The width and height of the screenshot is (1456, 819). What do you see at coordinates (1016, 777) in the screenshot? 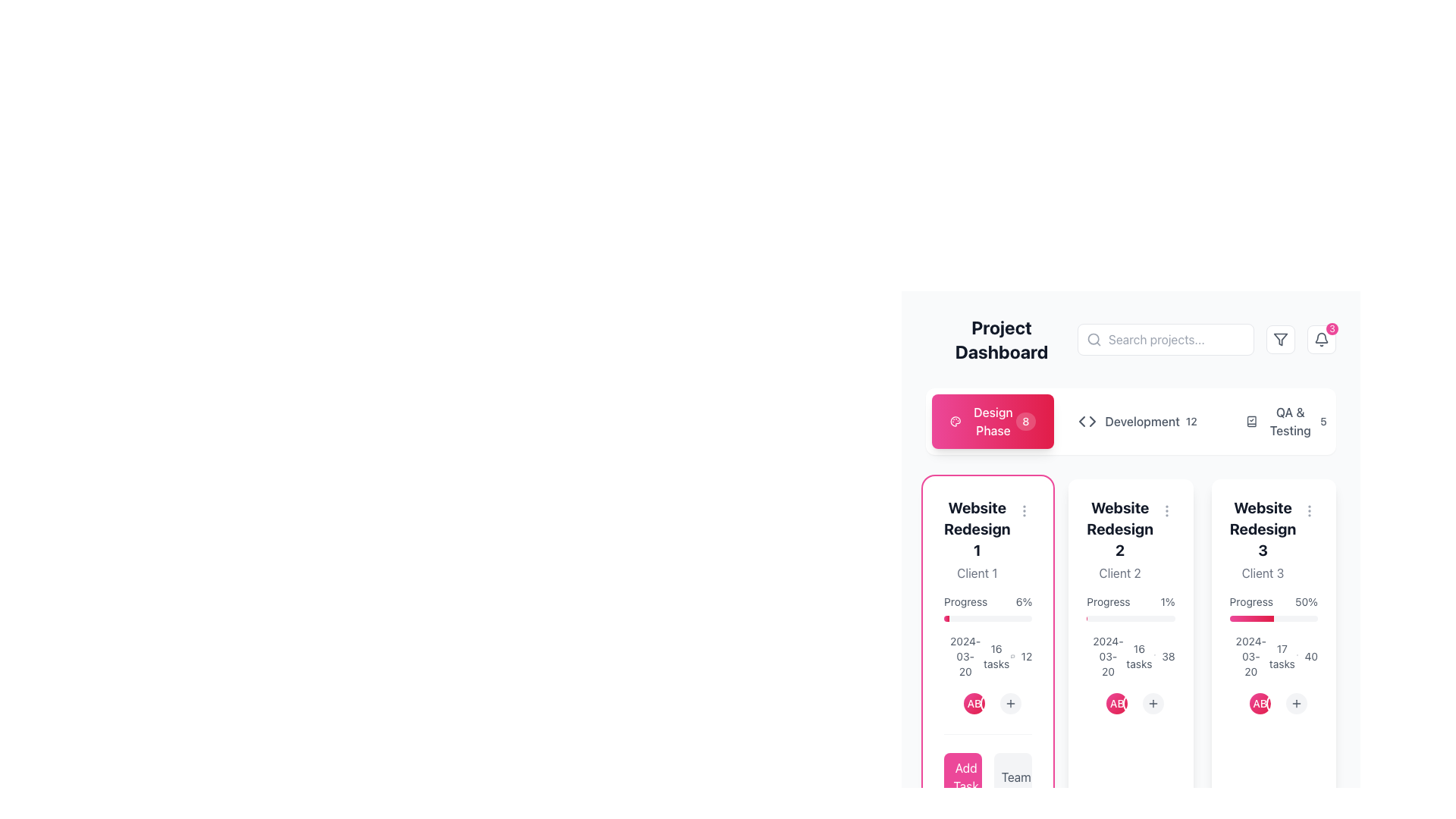
I see `the 'Team' button or link located at the bottom of the 'Website Redesign 1' card` at bounding box center [1016, 777].